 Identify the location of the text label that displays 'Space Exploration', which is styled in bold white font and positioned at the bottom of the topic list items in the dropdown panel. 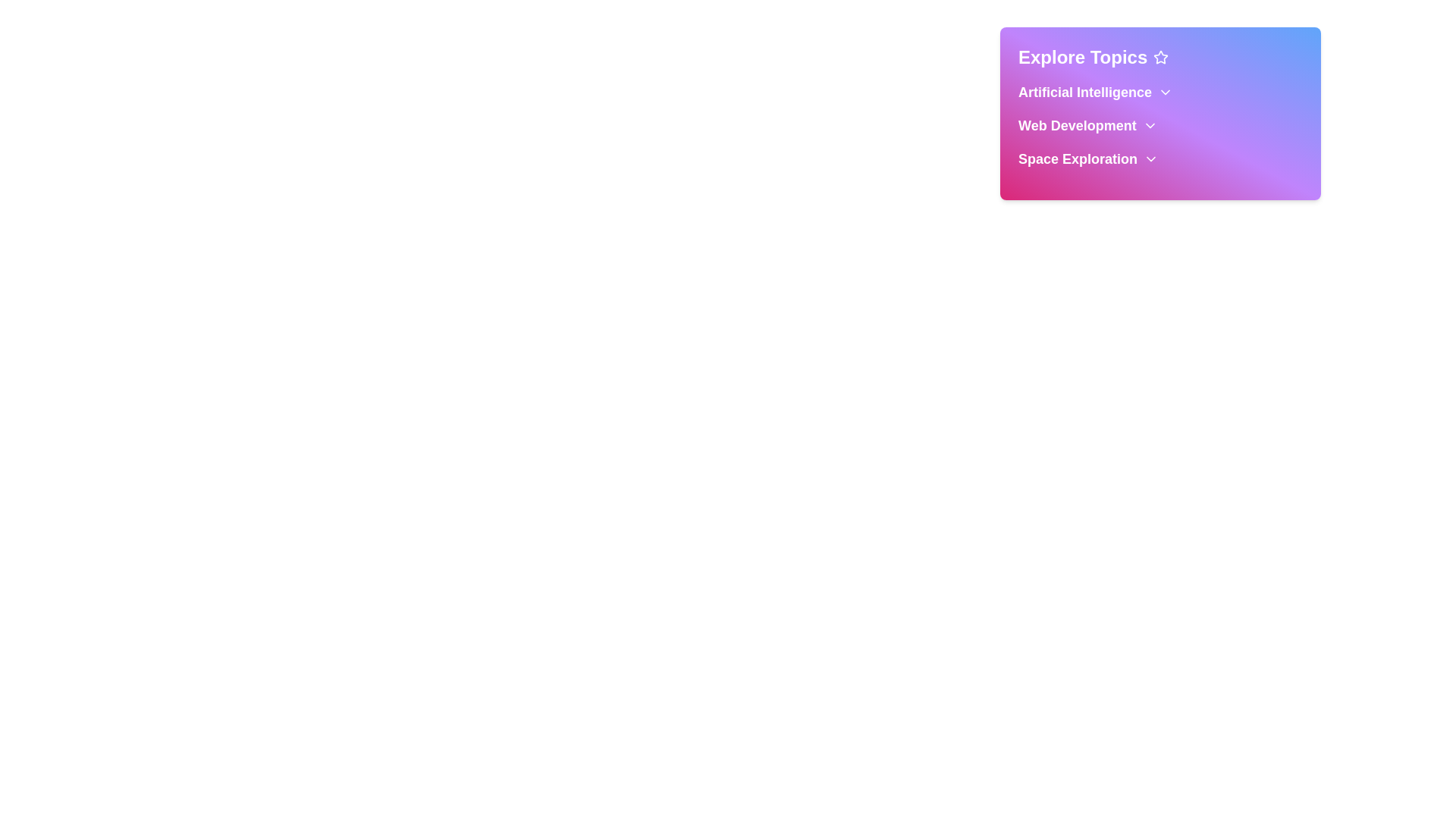
(1077, 158).